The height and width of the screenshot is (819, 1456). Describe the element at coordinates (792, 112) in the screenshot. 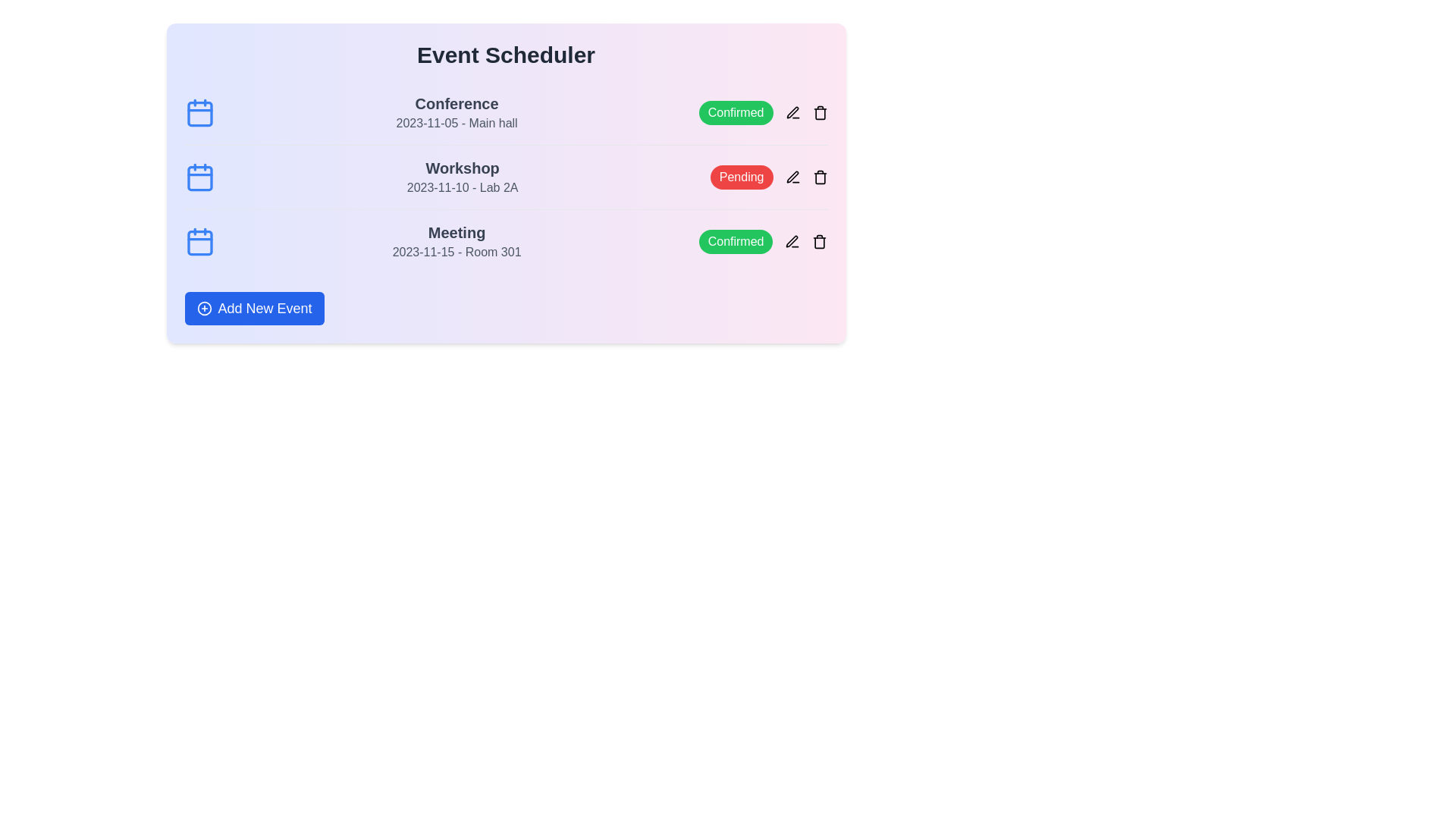

I see `the edit pen icon for the 'Conference' event located next to the green 'Confirmed' button and to the left of the trash bin icon in the 'Event Scheduler' section` at that location.